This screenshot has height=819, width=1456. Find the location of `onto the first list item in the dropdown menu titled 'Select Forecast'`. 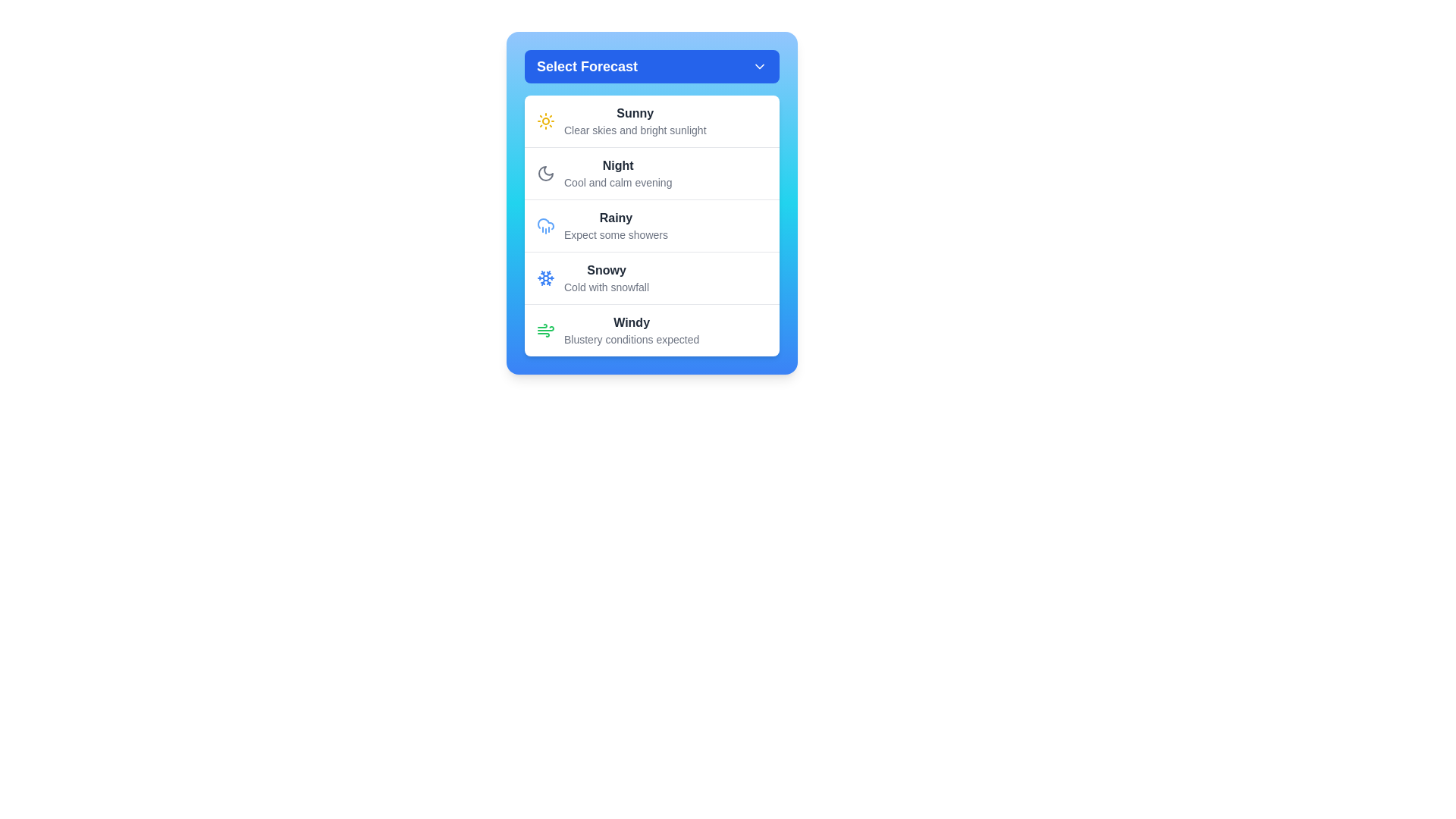

onto the first list item in the dropdown menu titled 'Select Forecast' is located at coordinates (651, 120).